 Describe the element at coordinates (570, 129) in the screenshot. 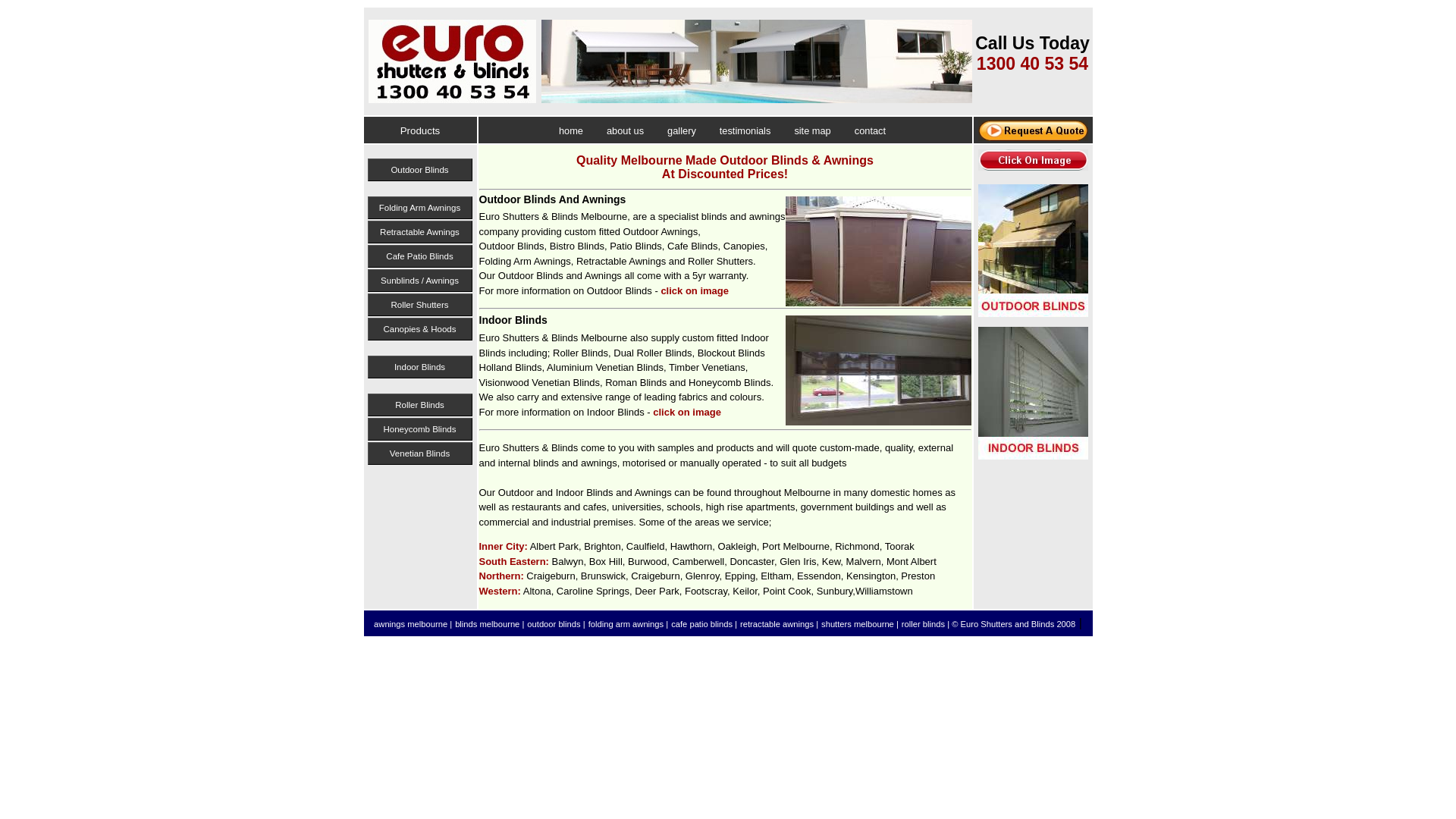

I see `'home'` at that location.